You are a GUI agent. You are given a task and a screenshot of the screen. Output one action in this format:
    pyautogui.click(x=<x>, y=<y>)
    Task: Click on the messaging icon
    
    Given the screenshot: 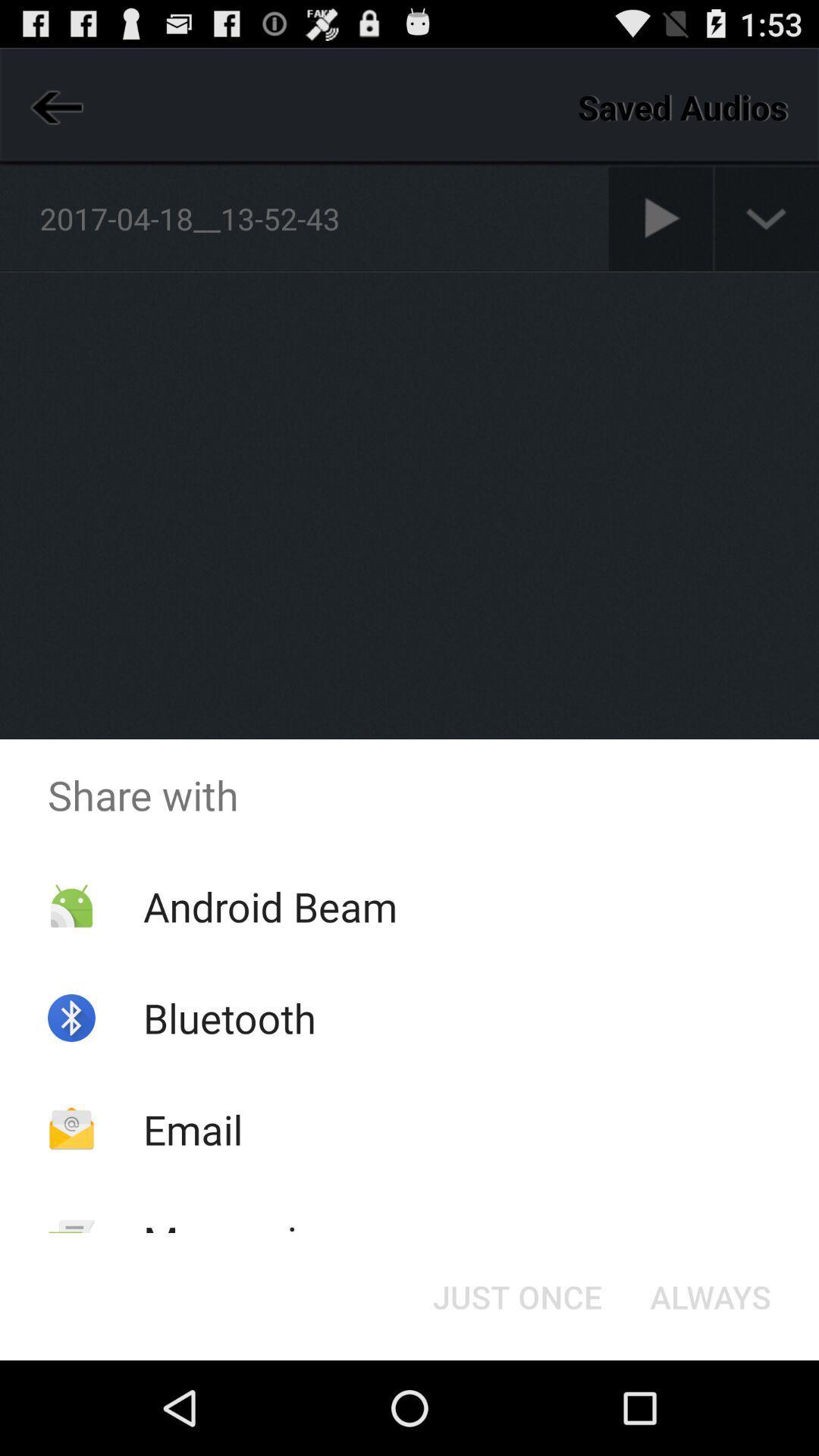 What is the action you would take?
    pyautogui.click(x=241, y=1241)
    